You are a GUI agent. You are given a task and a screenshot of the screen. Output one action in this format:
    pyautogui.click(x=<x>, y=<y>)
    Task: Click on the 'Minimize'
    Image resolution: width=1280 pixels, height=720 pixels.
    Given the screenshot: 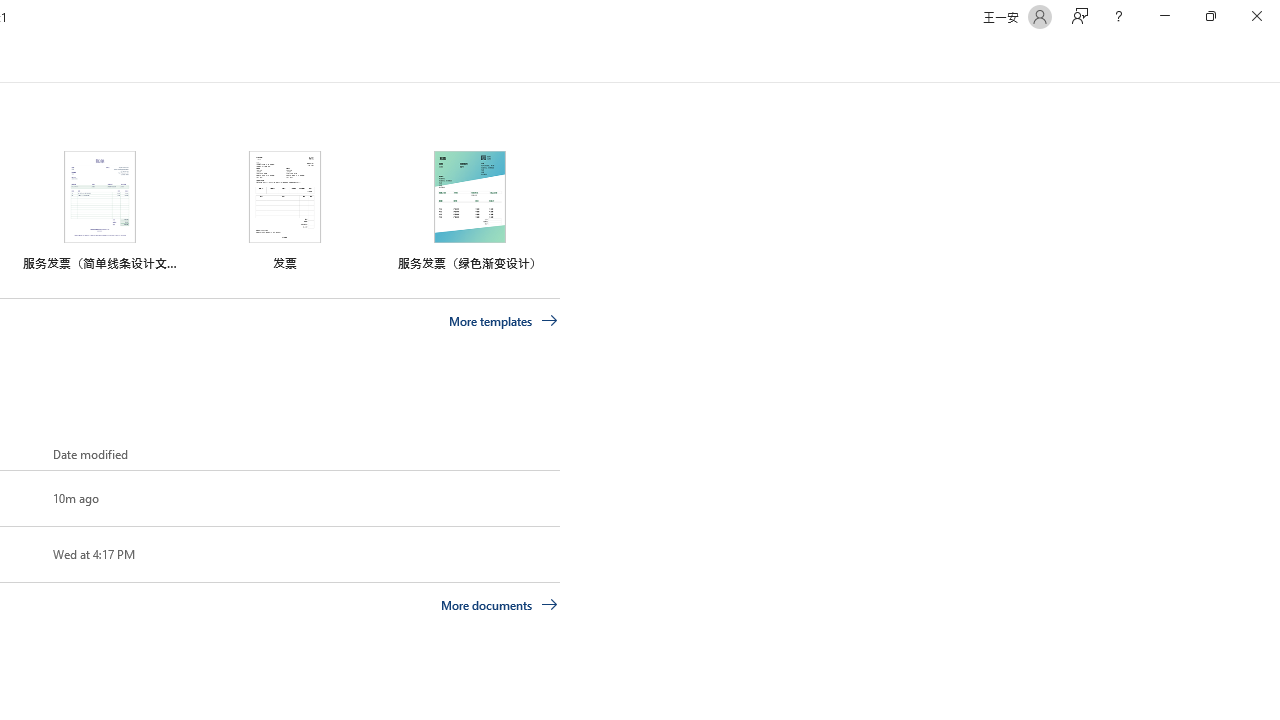 What is the action you would take?
    pyautogui.click(x=1164, y=16)
    